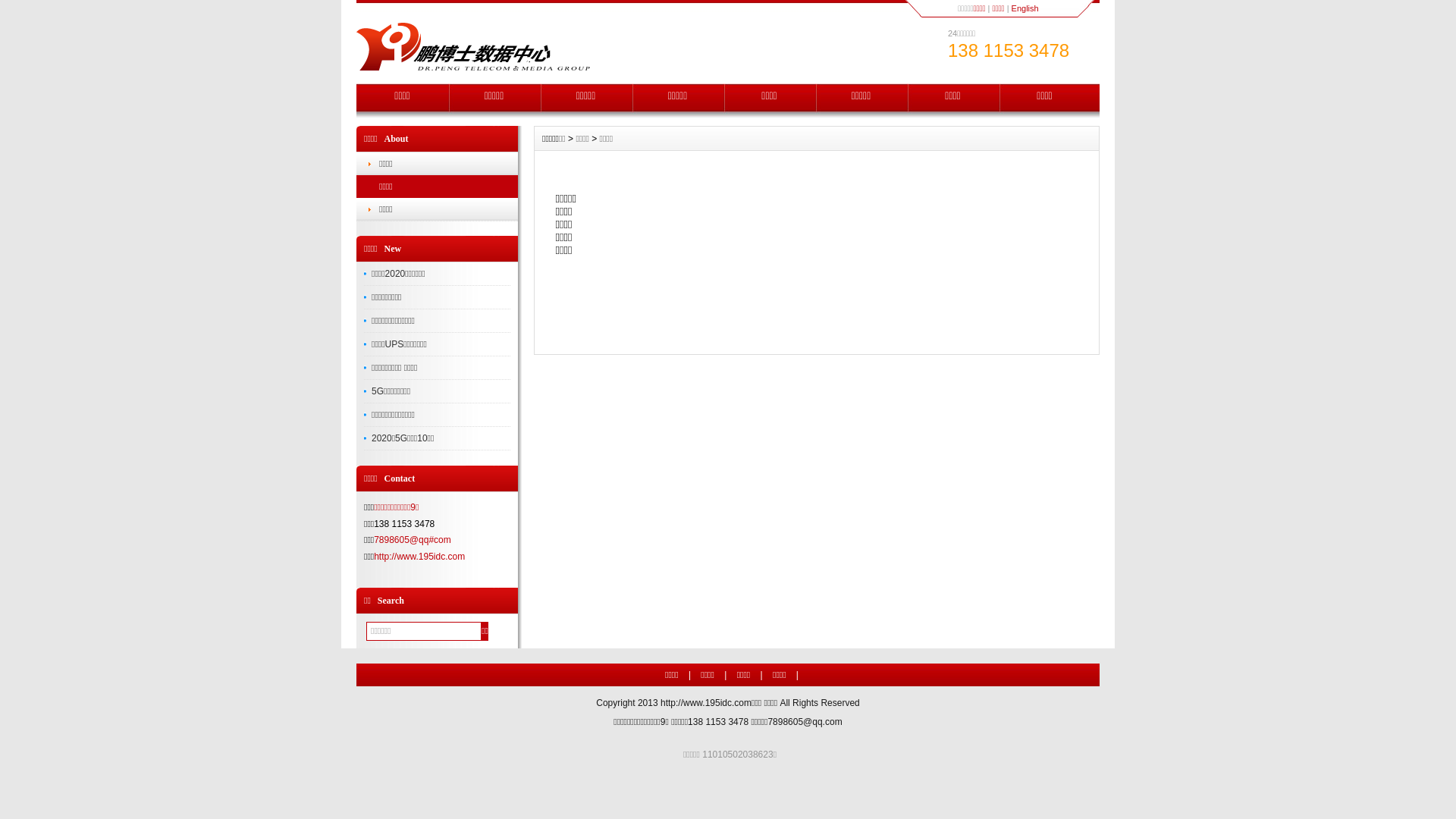 The image size is (1456, 819). What do you see at coordinates (705, 702) in the screenshot?
I see `'http://www.195idc.com'` at bounding box center [705, 702].